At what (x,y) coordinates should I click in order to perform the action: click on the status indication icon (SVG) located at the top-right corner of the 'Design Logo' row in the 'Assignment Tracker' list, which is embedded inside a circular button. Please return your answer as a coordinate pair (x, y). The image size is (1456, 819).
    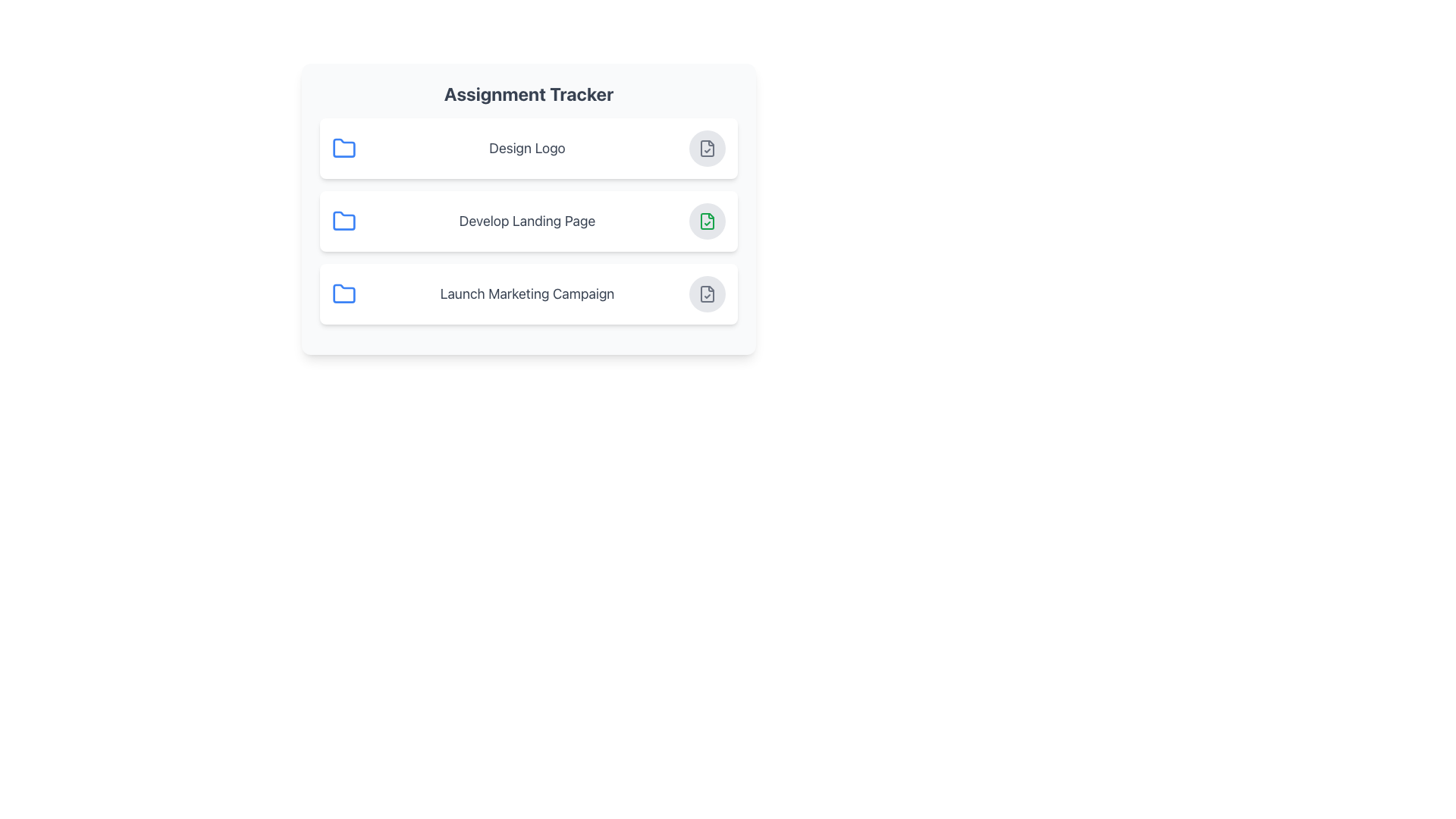
    Looking at the image, I should click on (706, 149).